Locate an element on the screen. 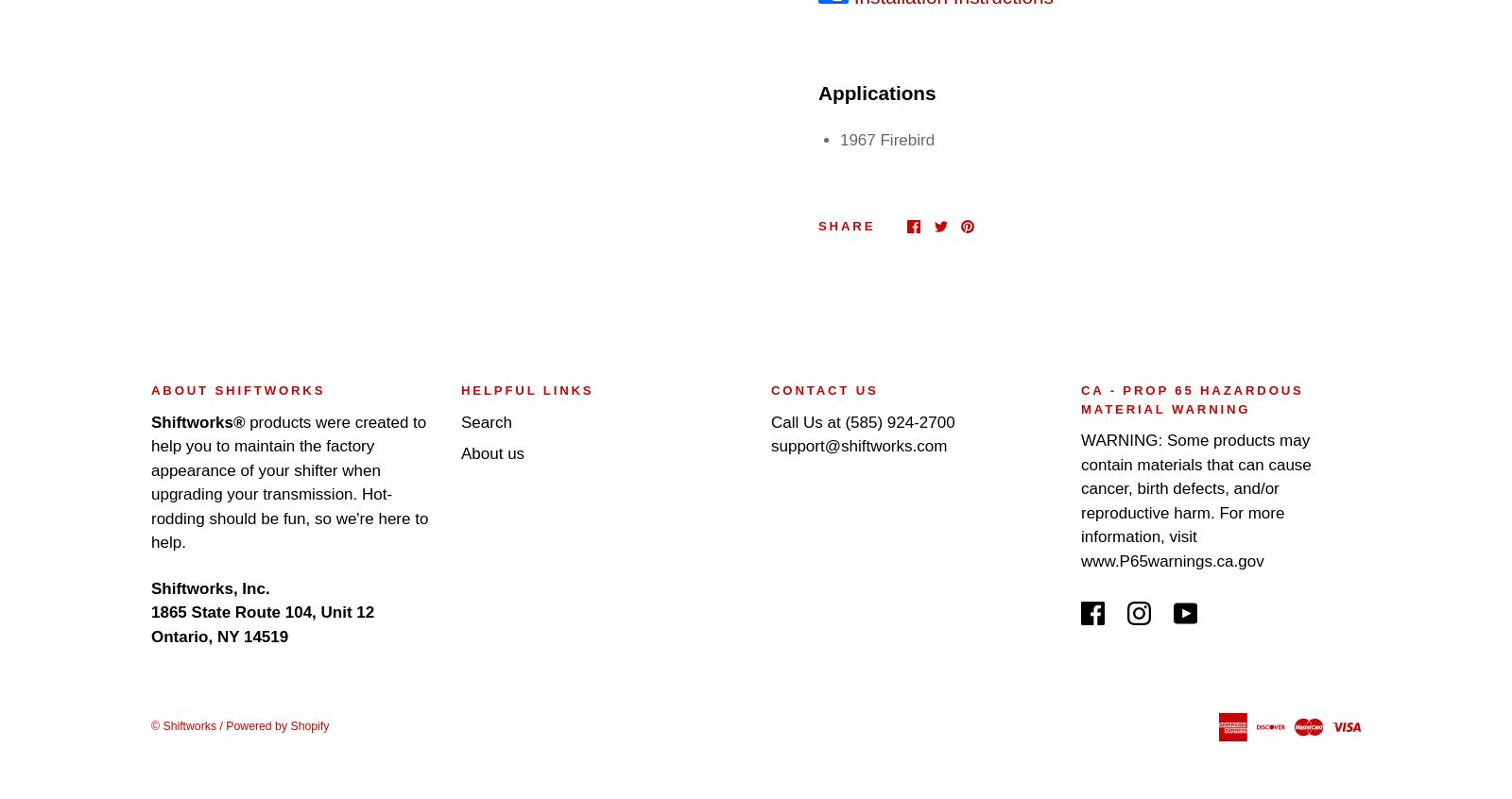 This screenshot has height=799, width=1512. 'Powered by Shopify' is located at coordinates (277, 725).